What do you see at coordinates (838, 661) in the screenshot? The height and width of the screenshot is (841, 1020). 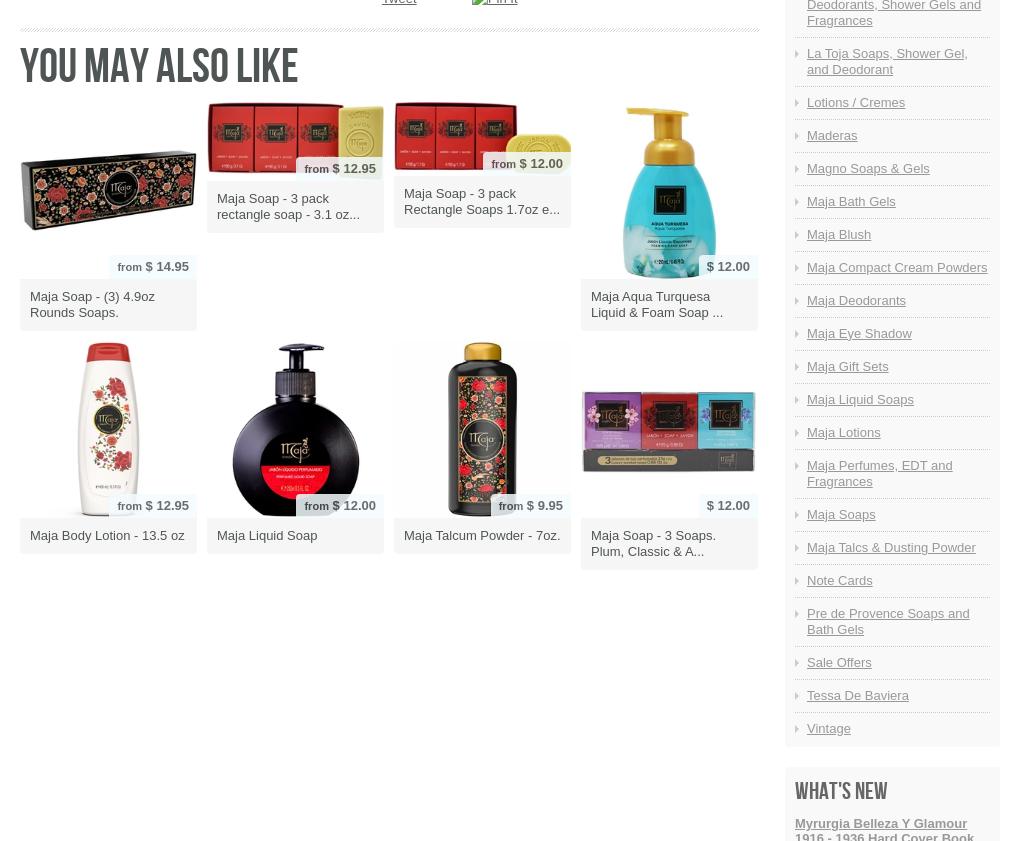 I see `'Sale Offers'` at bounding box center [838, 661].